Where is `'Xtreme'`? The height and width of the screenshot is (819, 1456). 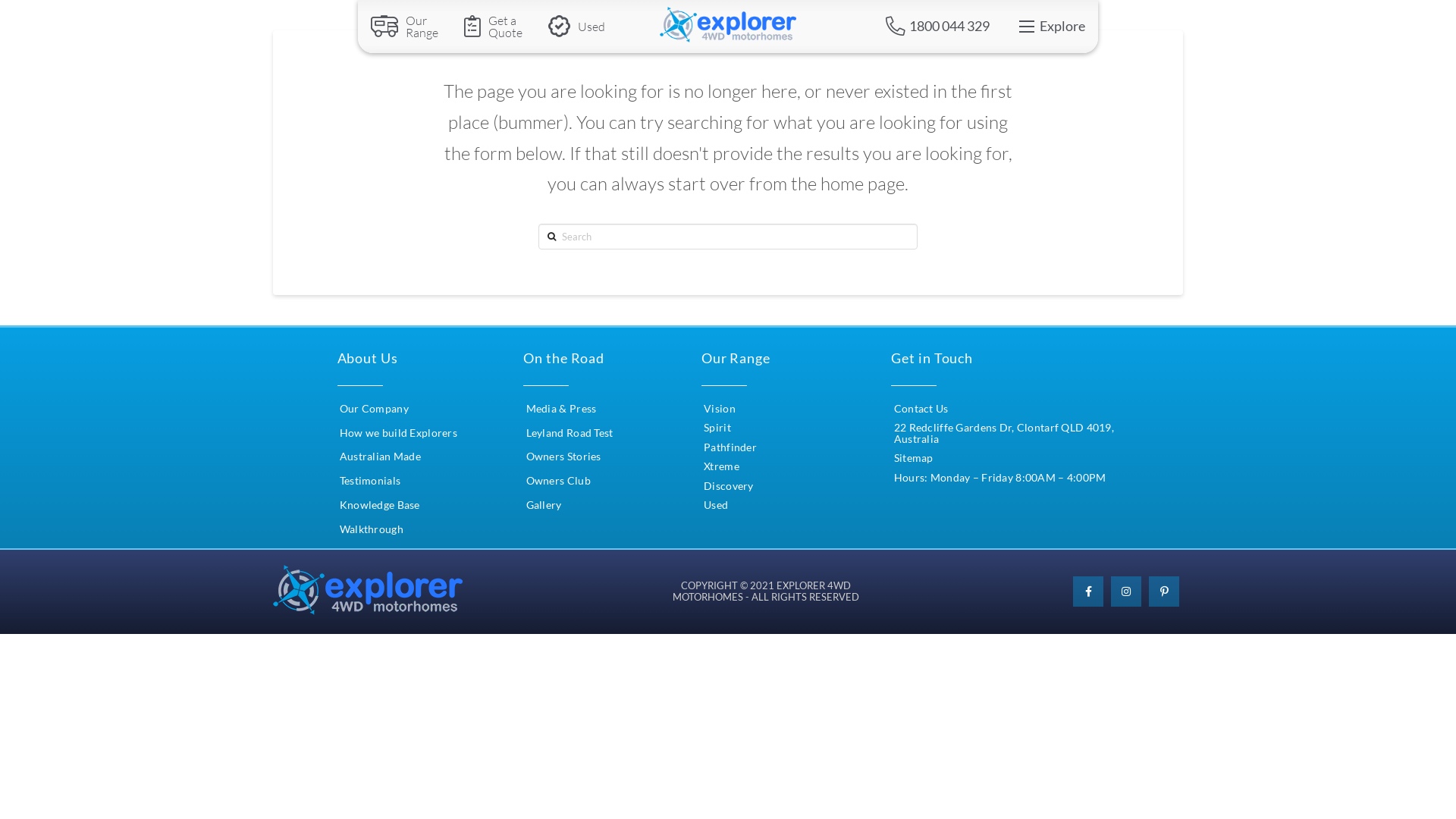 'Xtreme' is located at coordinates (720, 466).